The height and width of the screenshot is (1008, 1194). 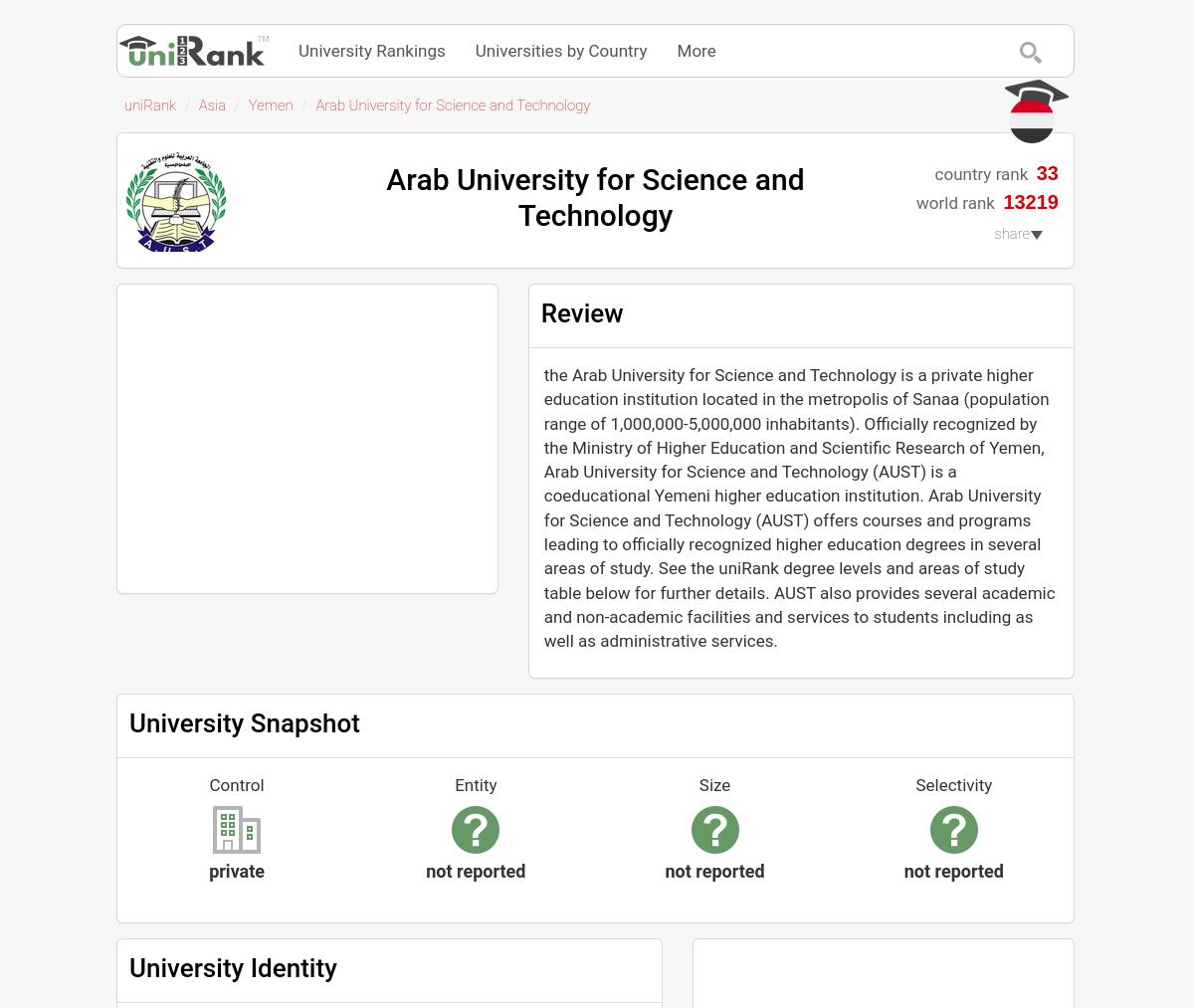 I want to click on 'Control', so click(x=235, y=784).